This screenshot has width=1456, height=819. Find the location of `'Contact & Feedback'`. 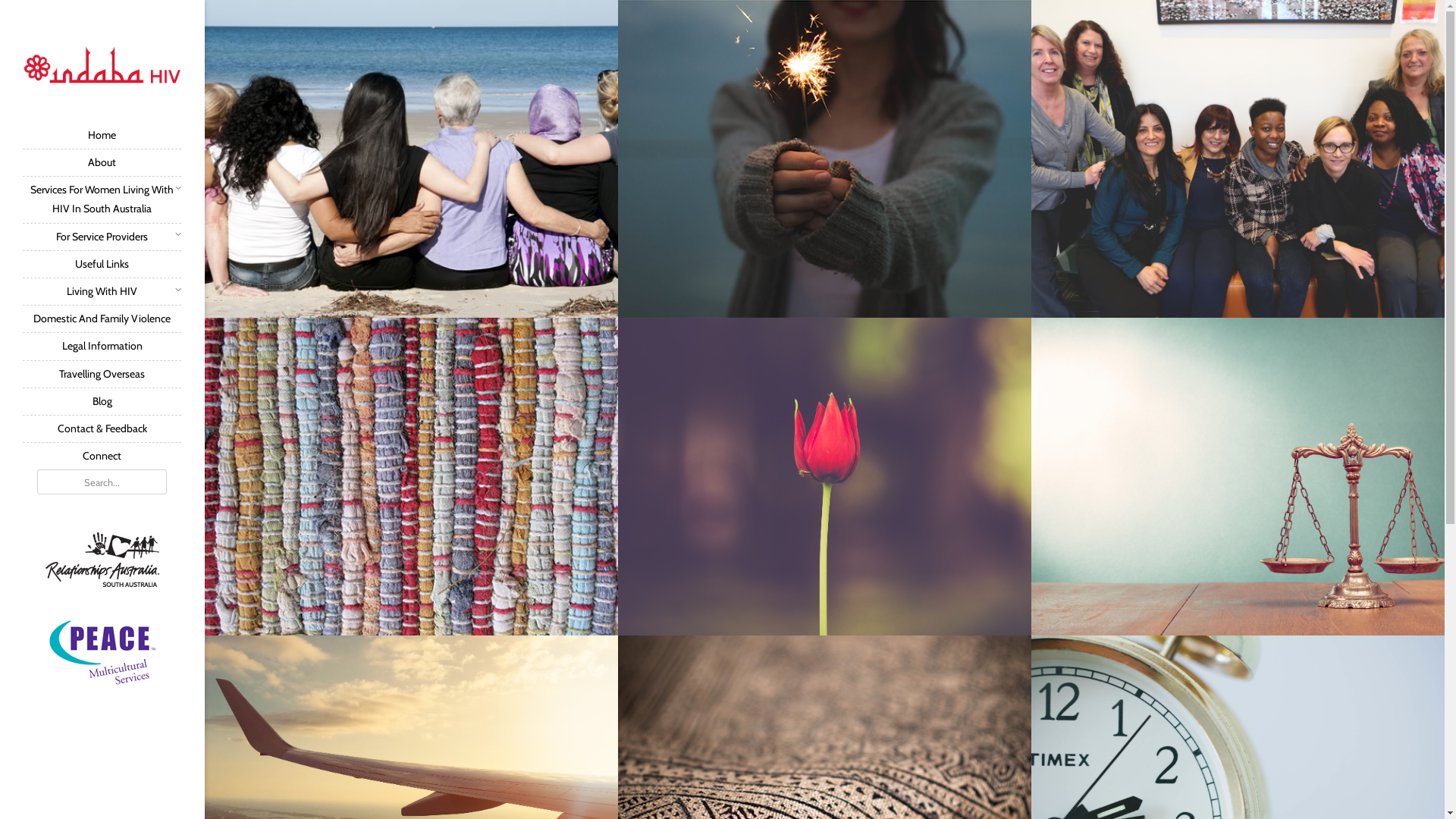

'Contact & Feedback' is located at coordinates (101, 428).